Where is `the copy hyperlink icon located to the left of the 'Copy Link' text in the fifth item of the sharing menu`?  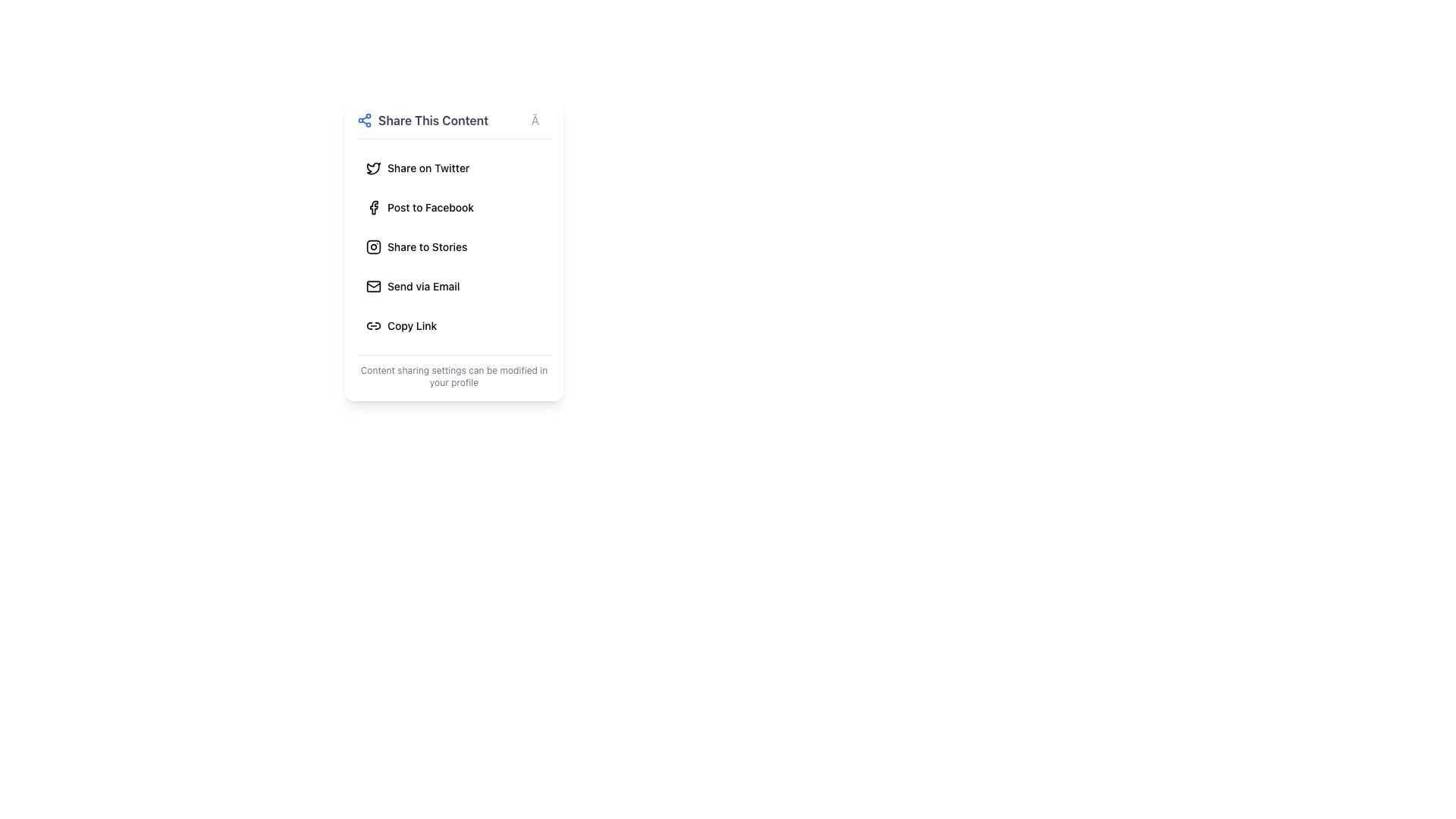
the copy hyperlink icon located to the left of the 'Copy Link' text in the fifth item of the sharing menu is located at coordinates (374, 325).